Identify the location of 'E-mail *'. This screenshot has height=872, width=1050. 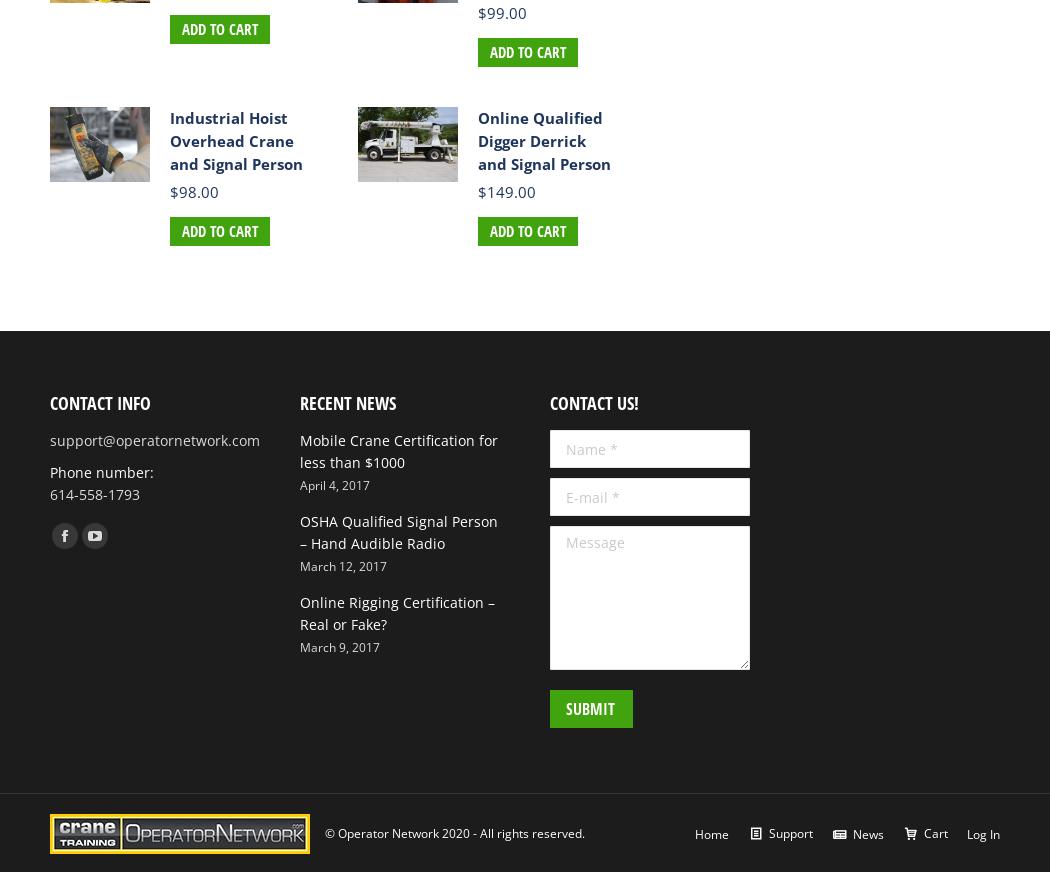
(549, 487).